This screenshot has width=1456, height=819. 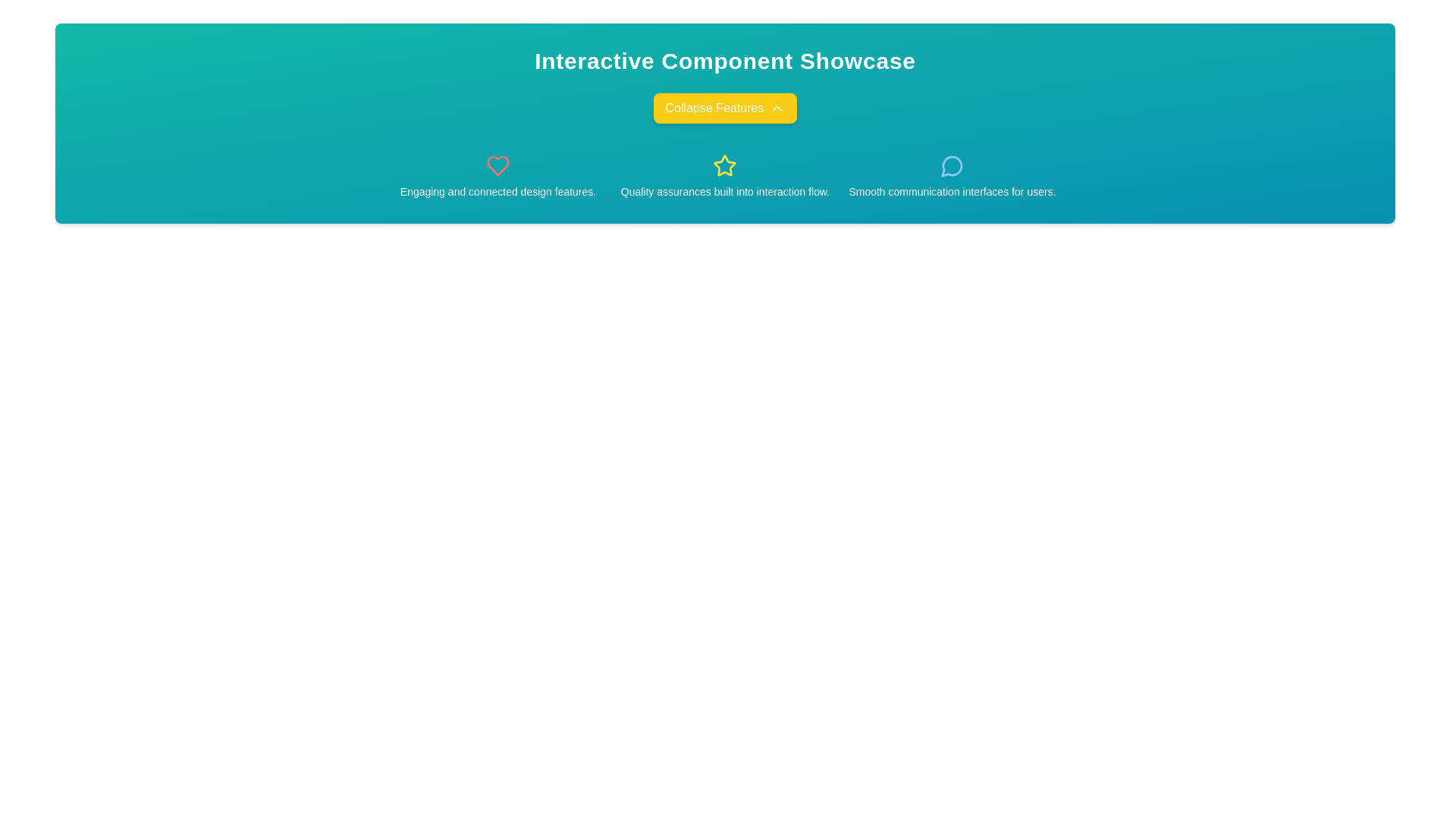 What do you see at coordinates (724, 175) in the screenshot?
I see `displayed text 'Quality assurances built into interaction flow.' from the informative icon with a highlighted yellow star above it, located in the middle of a row of three components` at bounding box center [724, 175].